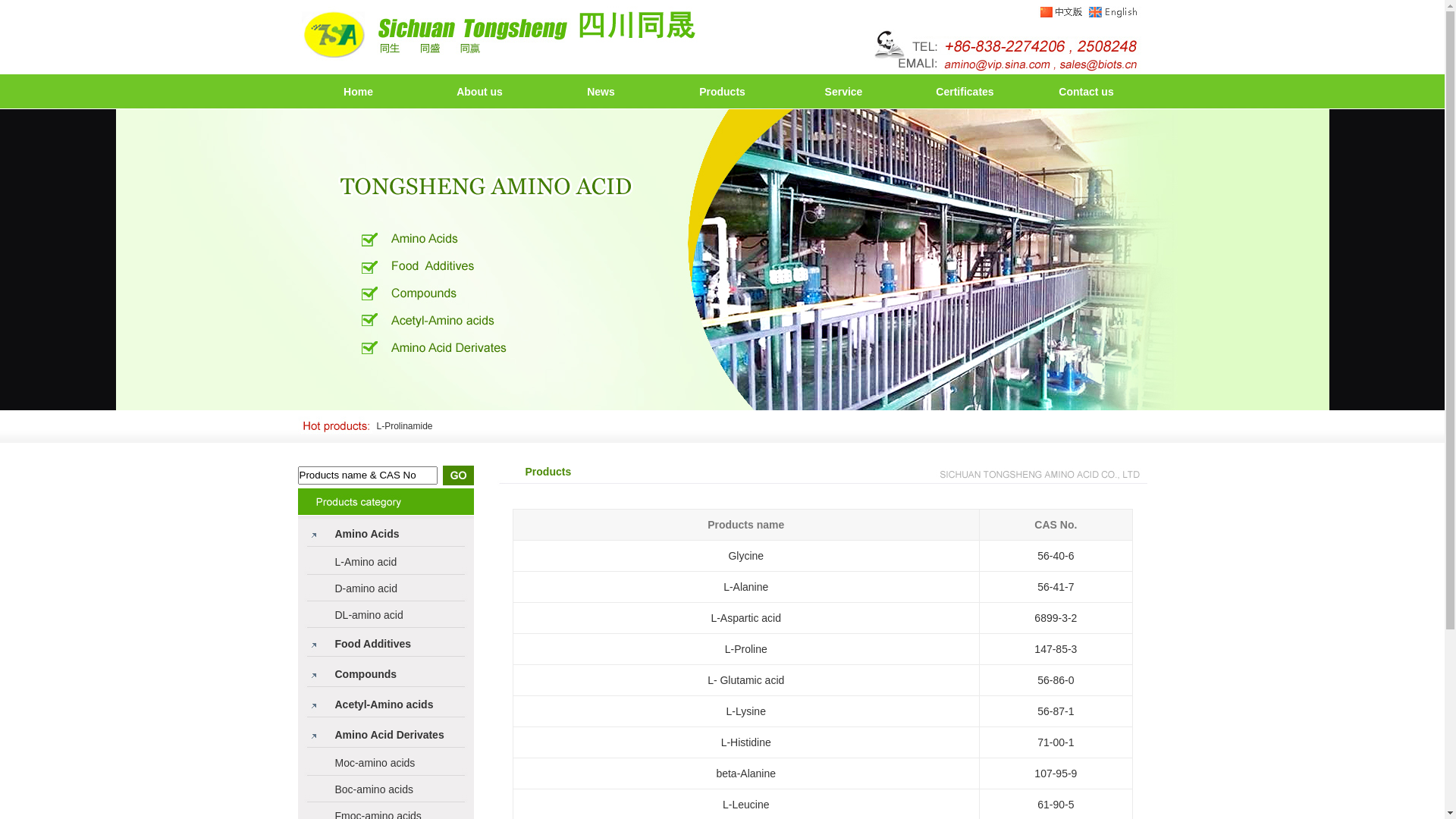 This screenshot has width=1456, height=819. Describe the element at coordinates (366, 561) in the screenshot. I see `'L-Amino acid'` at that location.